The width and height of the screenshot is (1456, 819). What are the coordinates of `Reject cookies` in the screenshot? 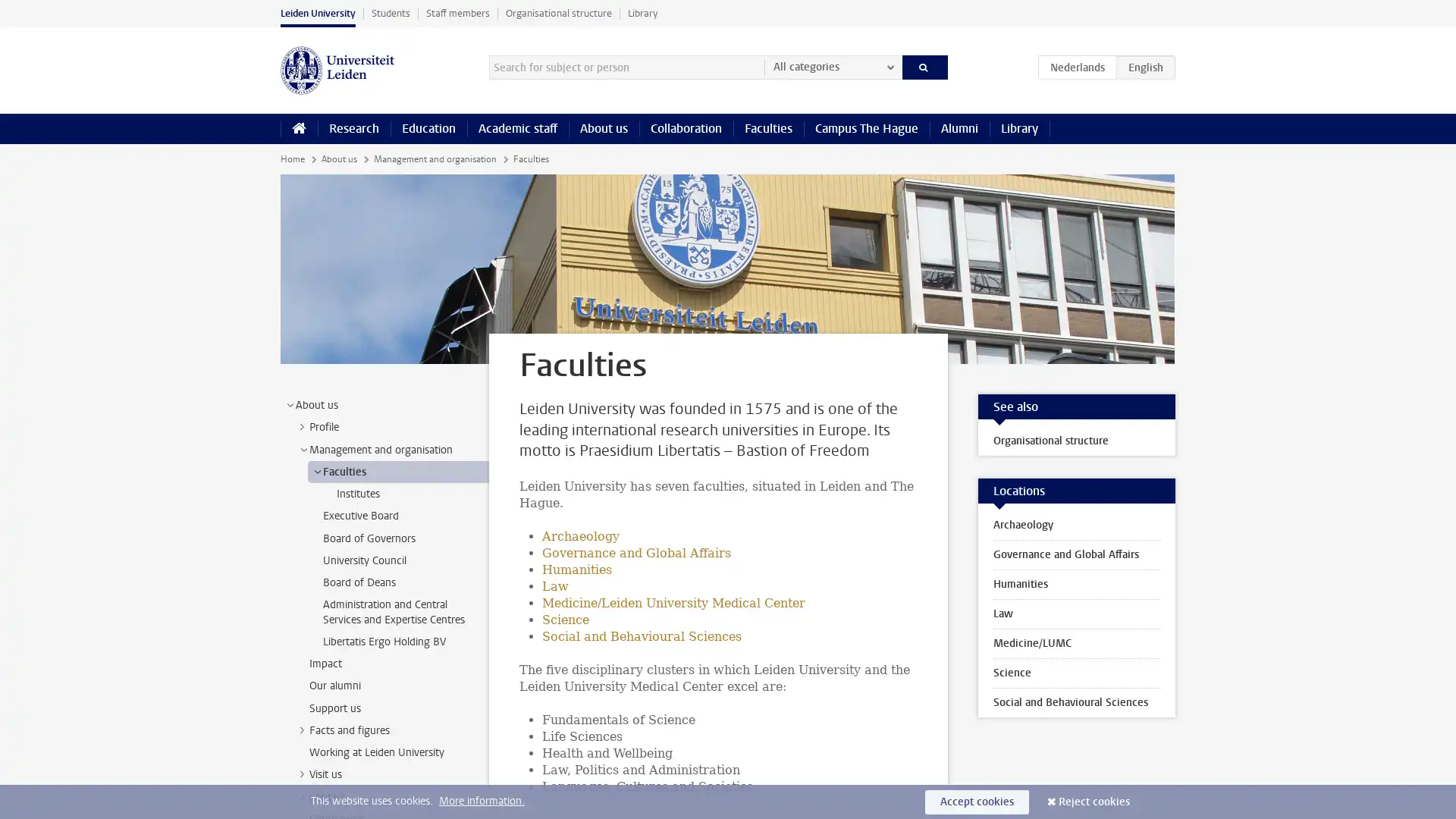 It's located at (1094, 801).